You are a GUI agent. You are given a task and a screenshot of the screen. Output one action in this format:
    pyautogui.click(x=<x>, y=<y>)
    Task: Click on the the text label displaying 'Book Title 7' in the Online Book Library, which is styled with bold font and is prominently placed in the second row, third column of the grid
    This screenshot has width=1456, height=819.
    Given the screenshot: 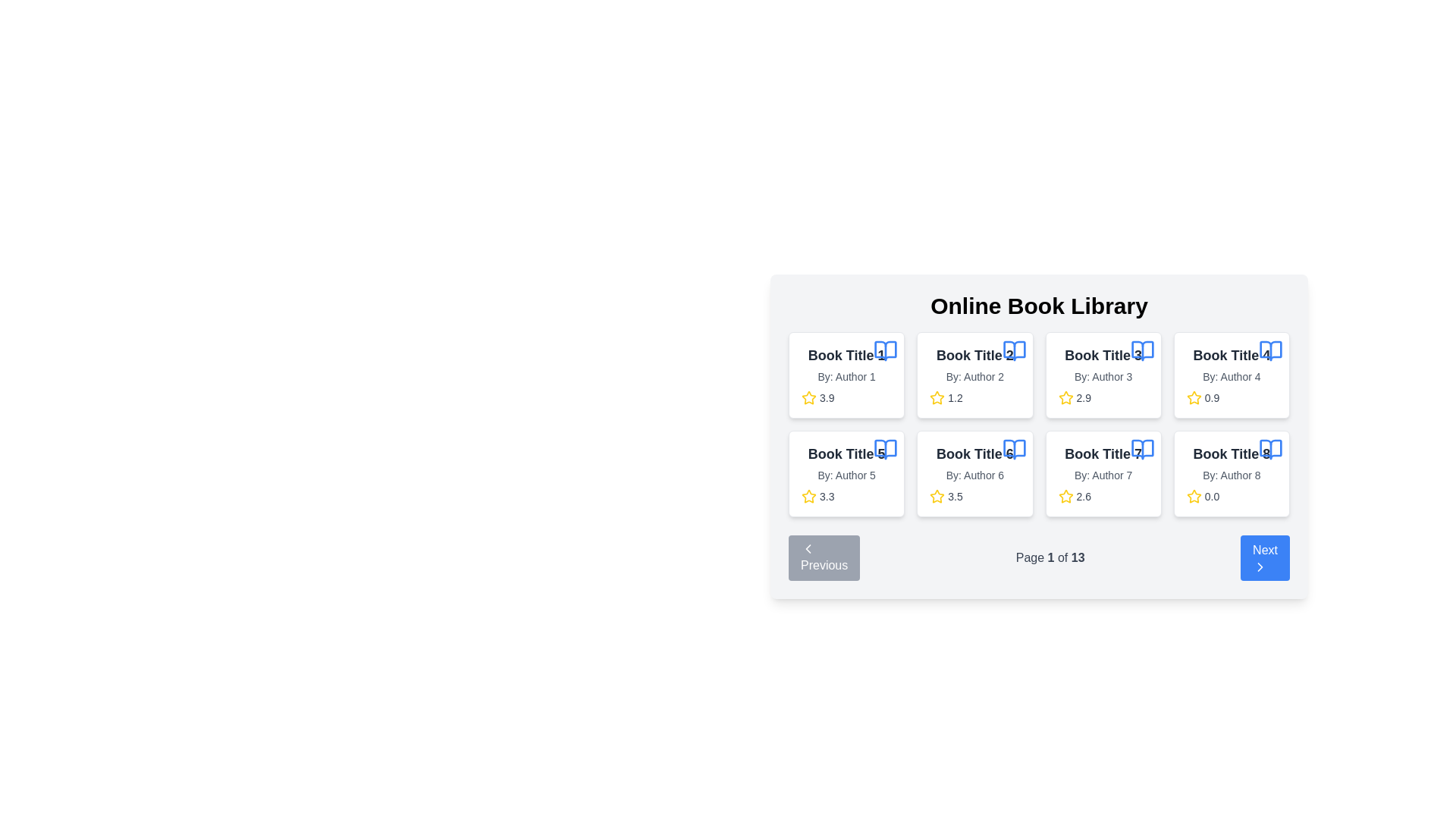 What is the action you would take?
    pyautogui.click(x=1103, y=453)
    